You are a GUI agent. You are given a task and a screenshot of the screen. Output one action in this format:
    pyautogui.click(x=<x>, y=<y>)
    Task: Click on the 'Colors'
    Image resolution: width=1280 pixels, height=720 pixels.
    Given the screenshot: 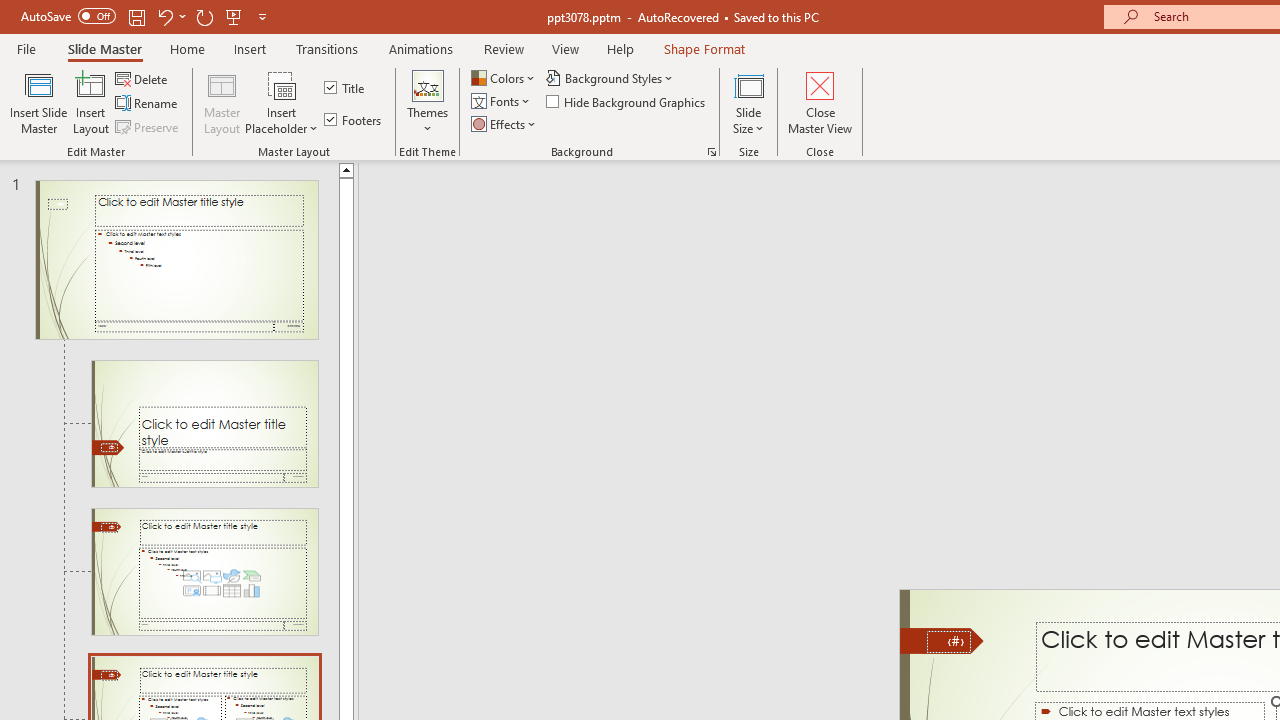 What is the action you would take?
    pyautogui.click(x=504, y=77)
    